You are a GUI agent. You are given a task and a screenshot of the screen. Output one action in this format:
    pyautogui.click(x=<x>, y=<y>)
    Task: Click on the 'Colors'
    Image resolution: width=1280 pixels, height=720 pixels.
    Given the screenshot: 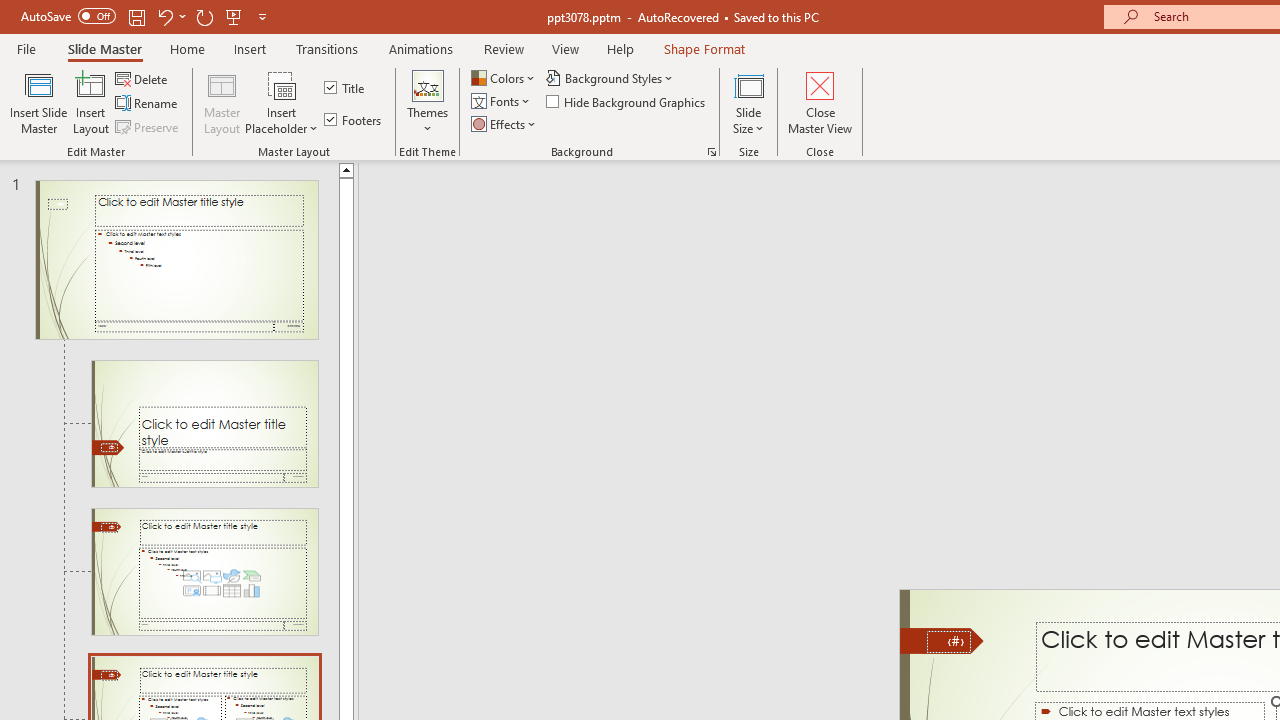 What is the action you would take?
    pyautogui.click(x=504, y=77)
    